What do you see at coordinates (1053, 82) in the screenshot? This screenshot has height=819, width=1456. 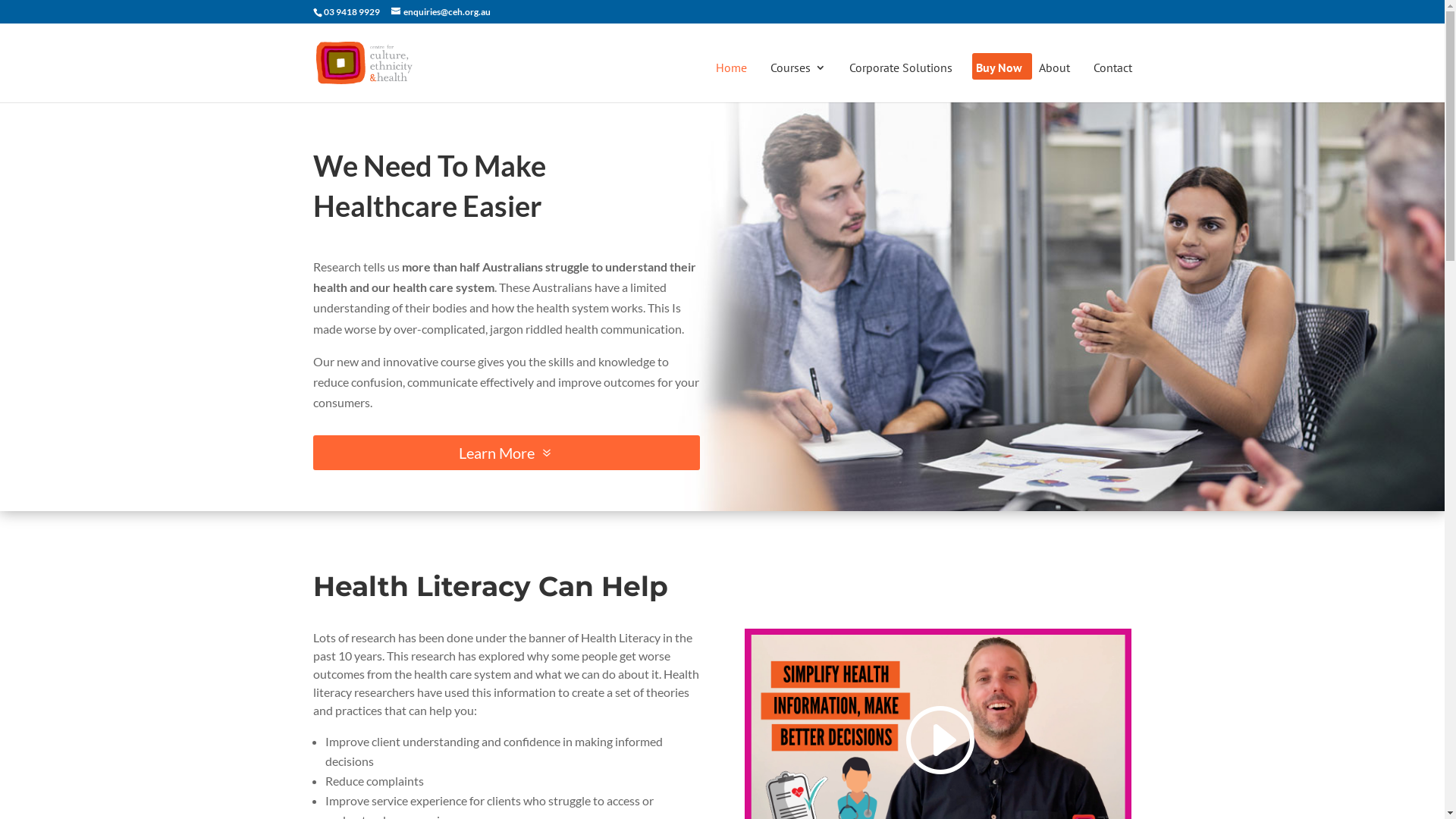 I see `'About'` at bounding box center [1053, 82].